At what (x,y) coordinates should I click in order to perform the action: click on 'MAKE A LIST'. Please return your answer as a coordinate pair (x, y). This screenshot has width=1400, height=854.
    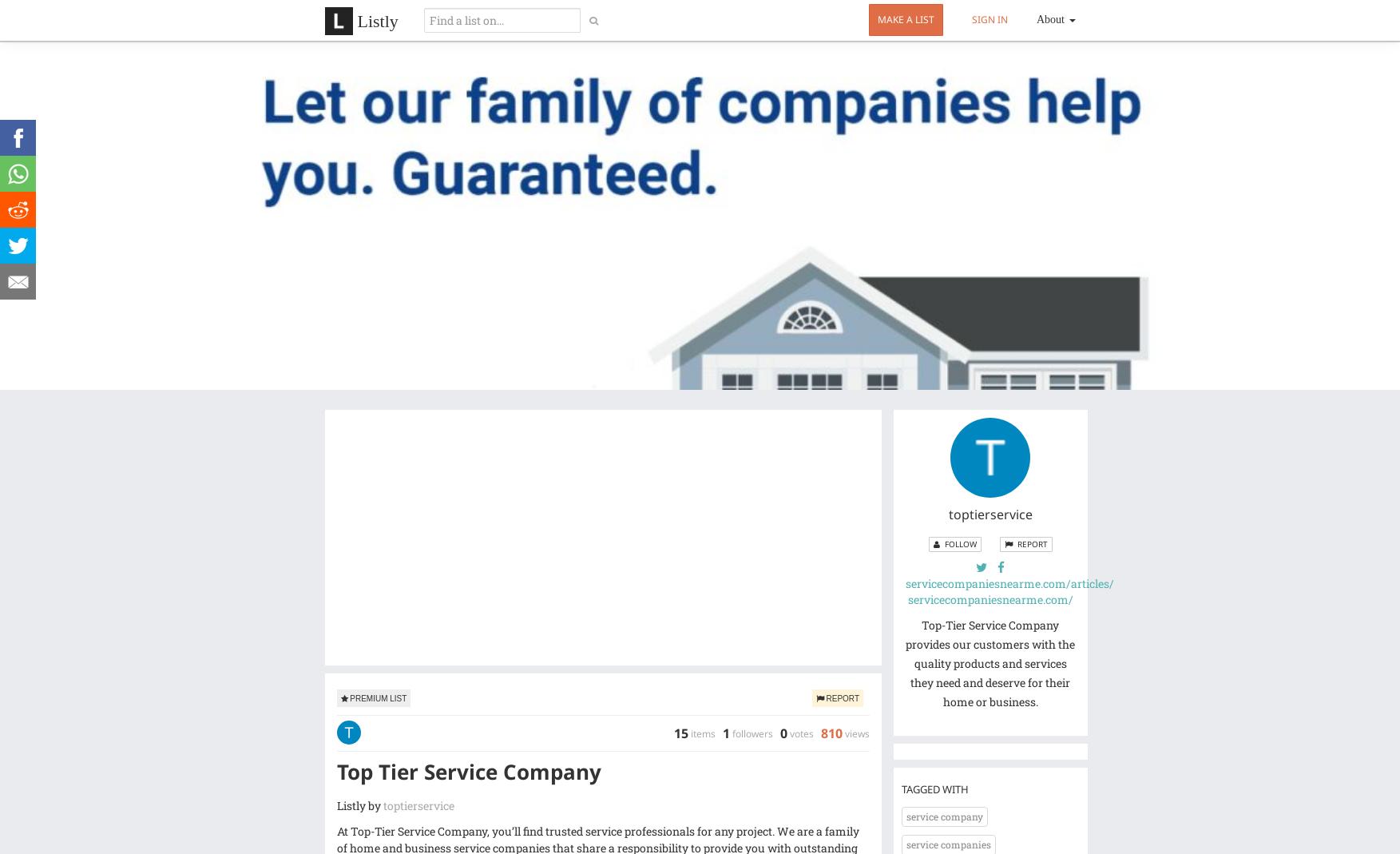
    Looking at the image, I should click on (906, 18).